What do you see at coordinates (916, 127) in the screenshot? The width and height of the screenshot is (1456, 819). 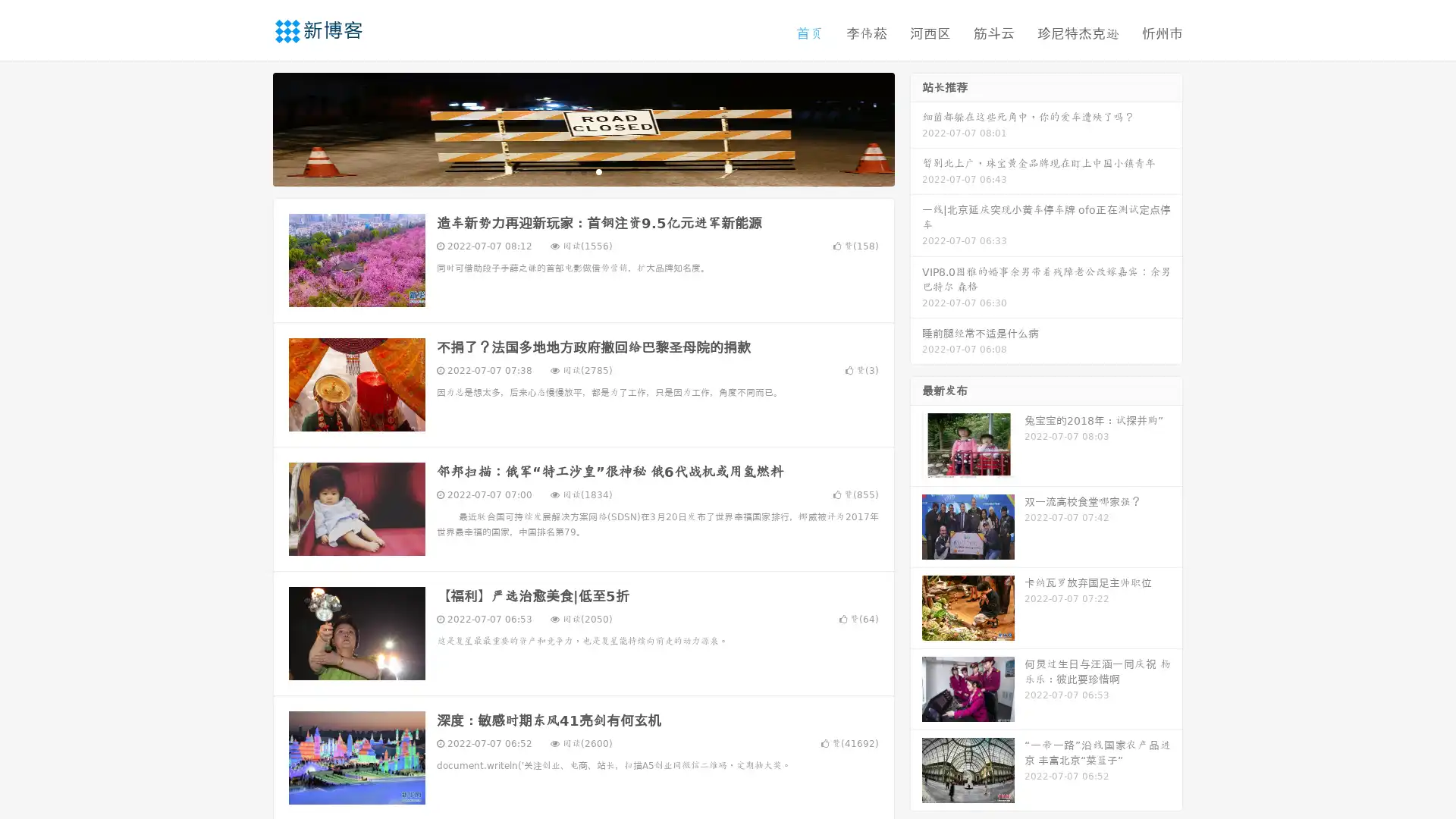 I see `Next slide` at bounding box center [916, 127].